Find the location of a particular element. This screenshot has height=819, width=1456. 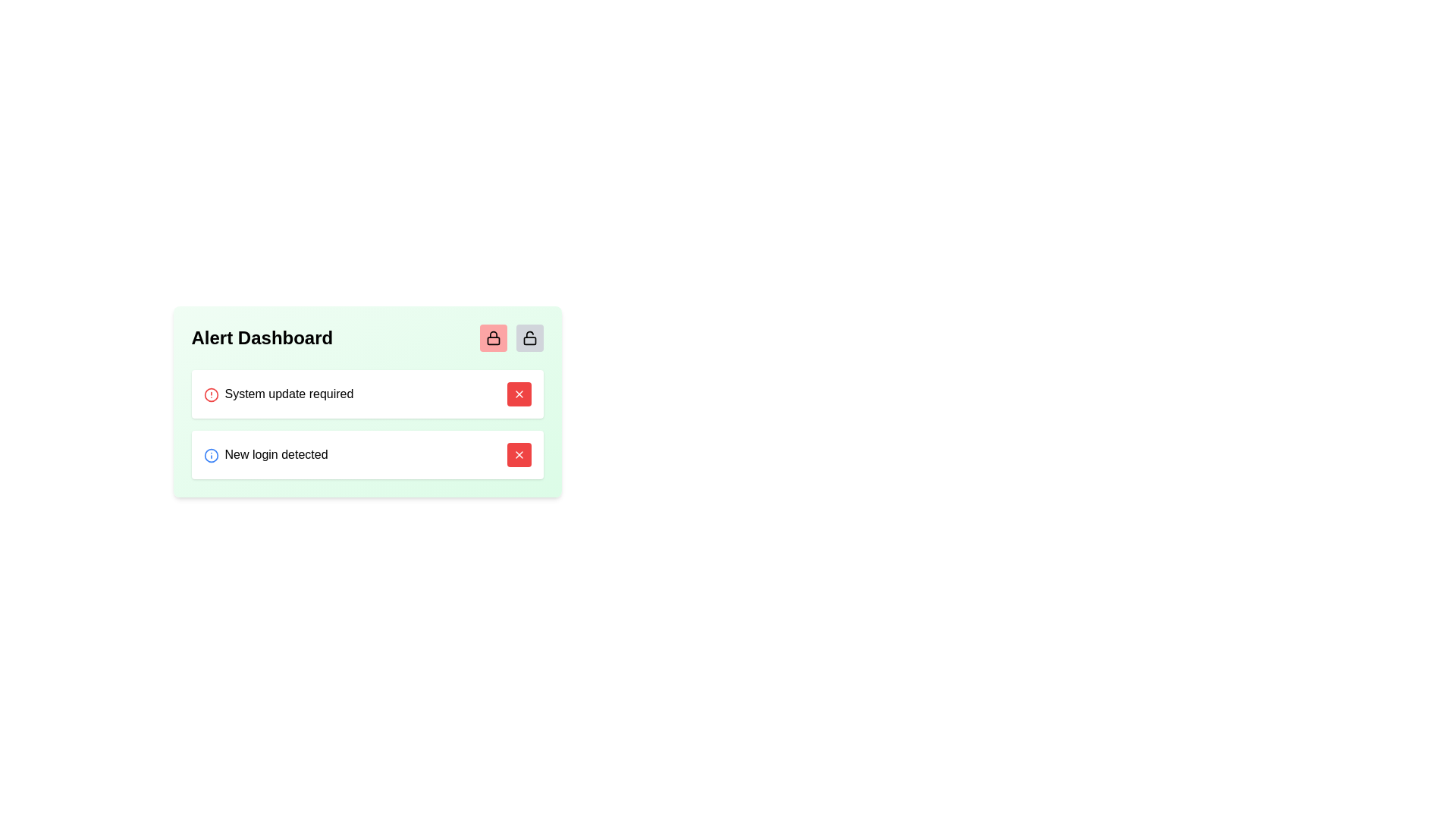

the body of the unlocked padlock icon, which is a small rectangular shape with rounded corners located within the bottom section of the padlock icon on the green card layout is located at coordinates (529, 340).